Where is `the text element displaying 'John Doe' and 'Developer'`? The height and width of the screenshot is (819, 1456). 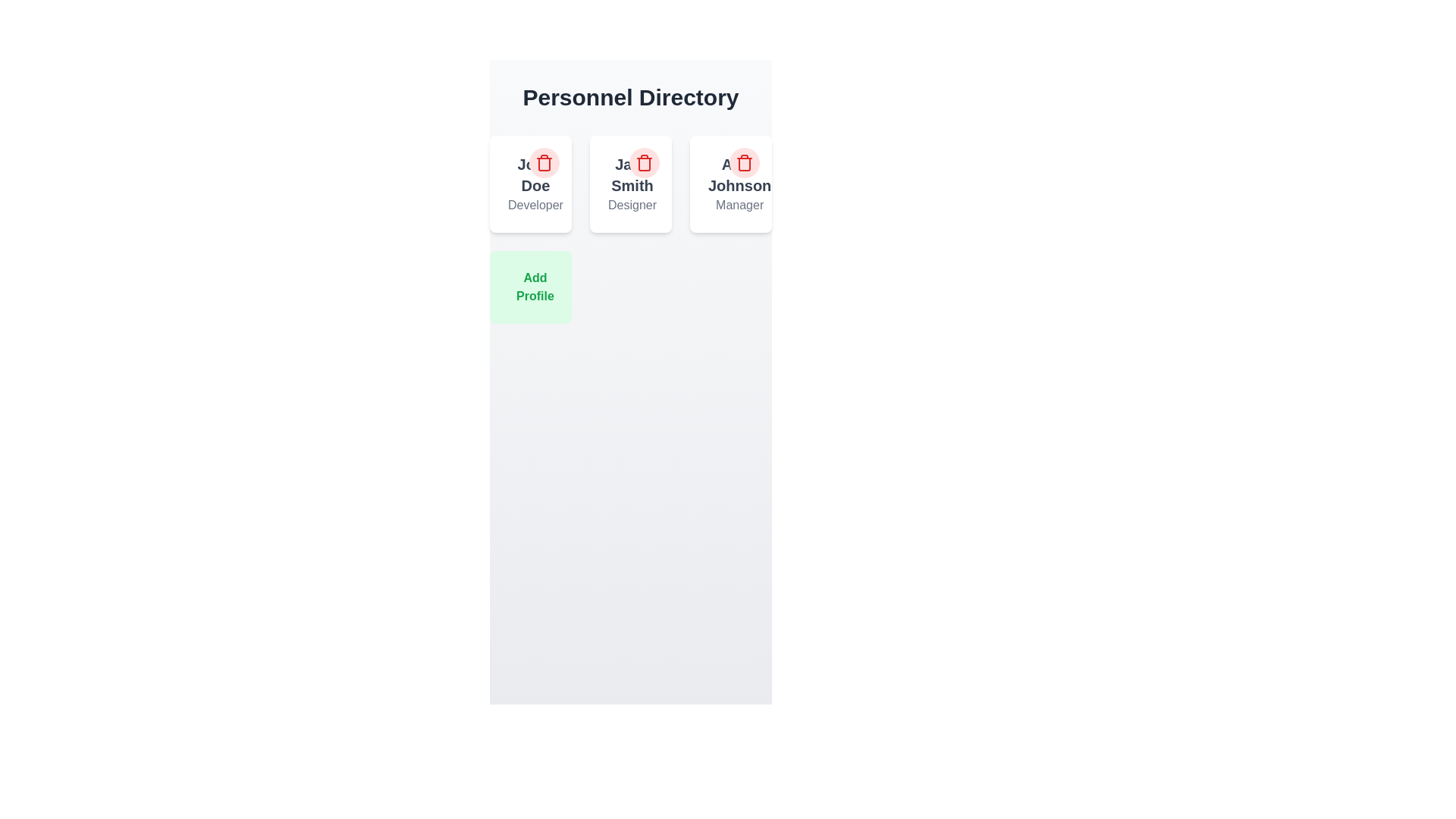 the text element displaying 'John Doe' and 'Developer' is located at coordinates (535, 184).